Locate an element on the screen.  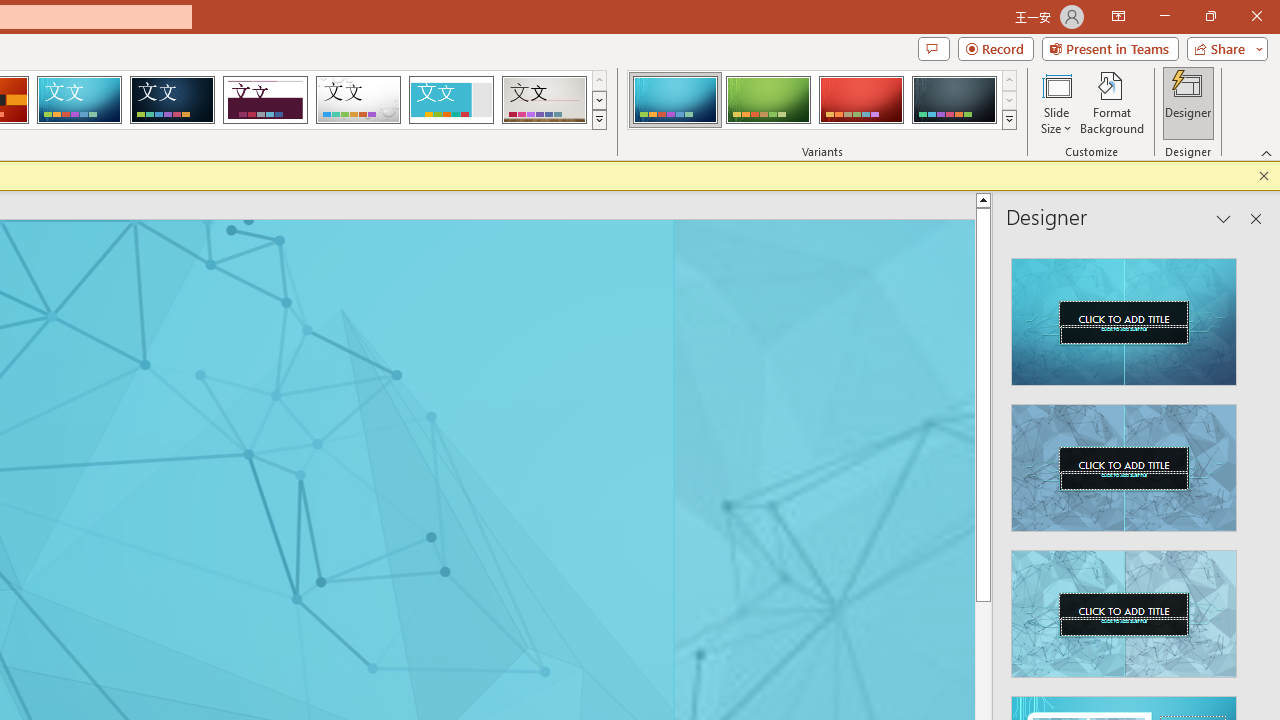
'Circuit Variant 4' is located at coordinates (953, 100).